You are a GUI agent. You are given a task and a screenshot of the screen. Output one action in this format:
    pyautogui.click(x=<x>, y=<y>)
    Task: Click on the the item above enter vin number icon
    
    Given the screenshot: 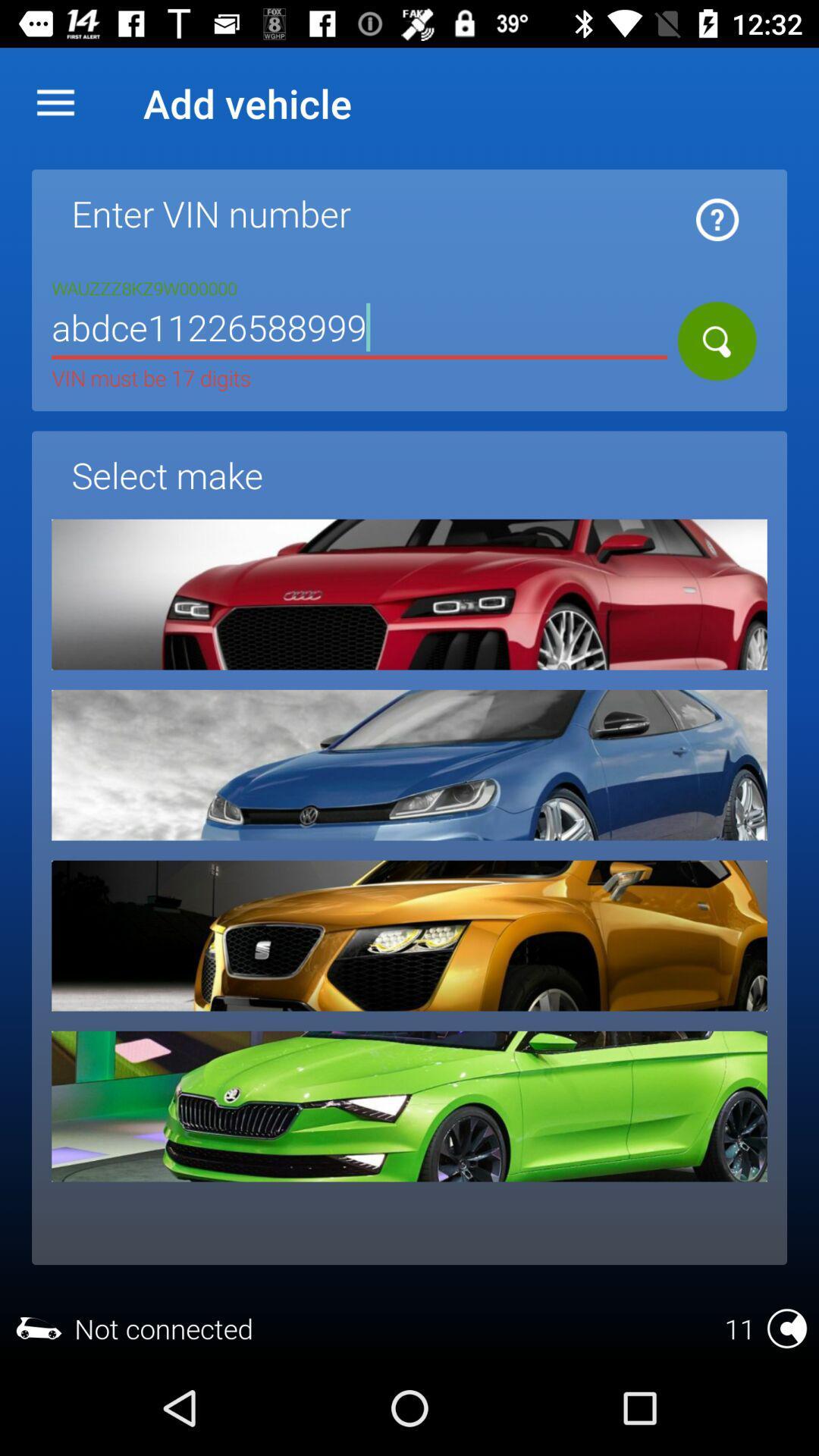 What is the action you would take?
    pyautogui.click(x=55, y=102)
    